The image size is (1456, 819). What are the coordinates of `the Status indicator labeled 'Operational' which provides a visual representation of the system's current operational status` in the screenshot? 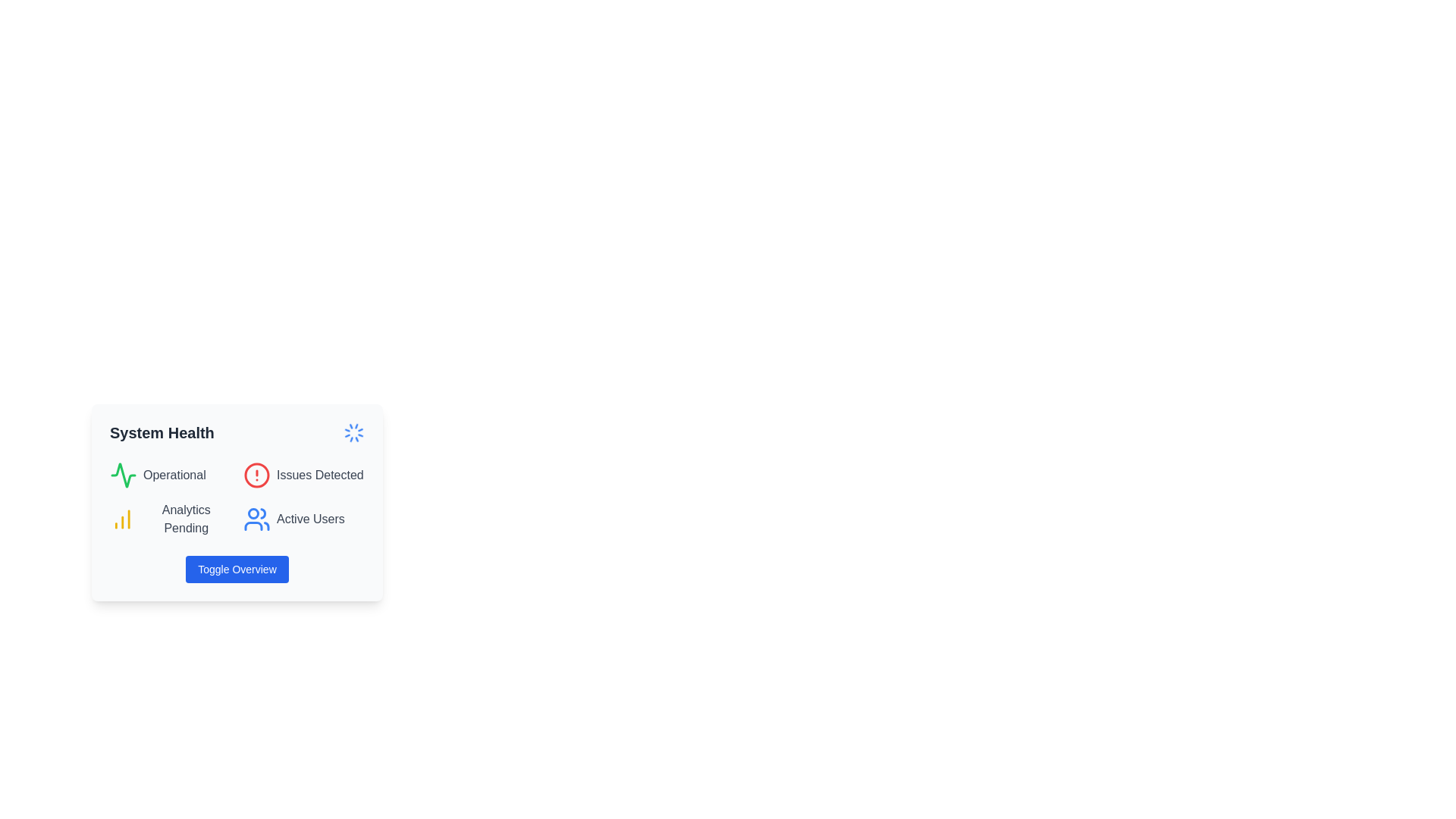 It's located at (171, 475).